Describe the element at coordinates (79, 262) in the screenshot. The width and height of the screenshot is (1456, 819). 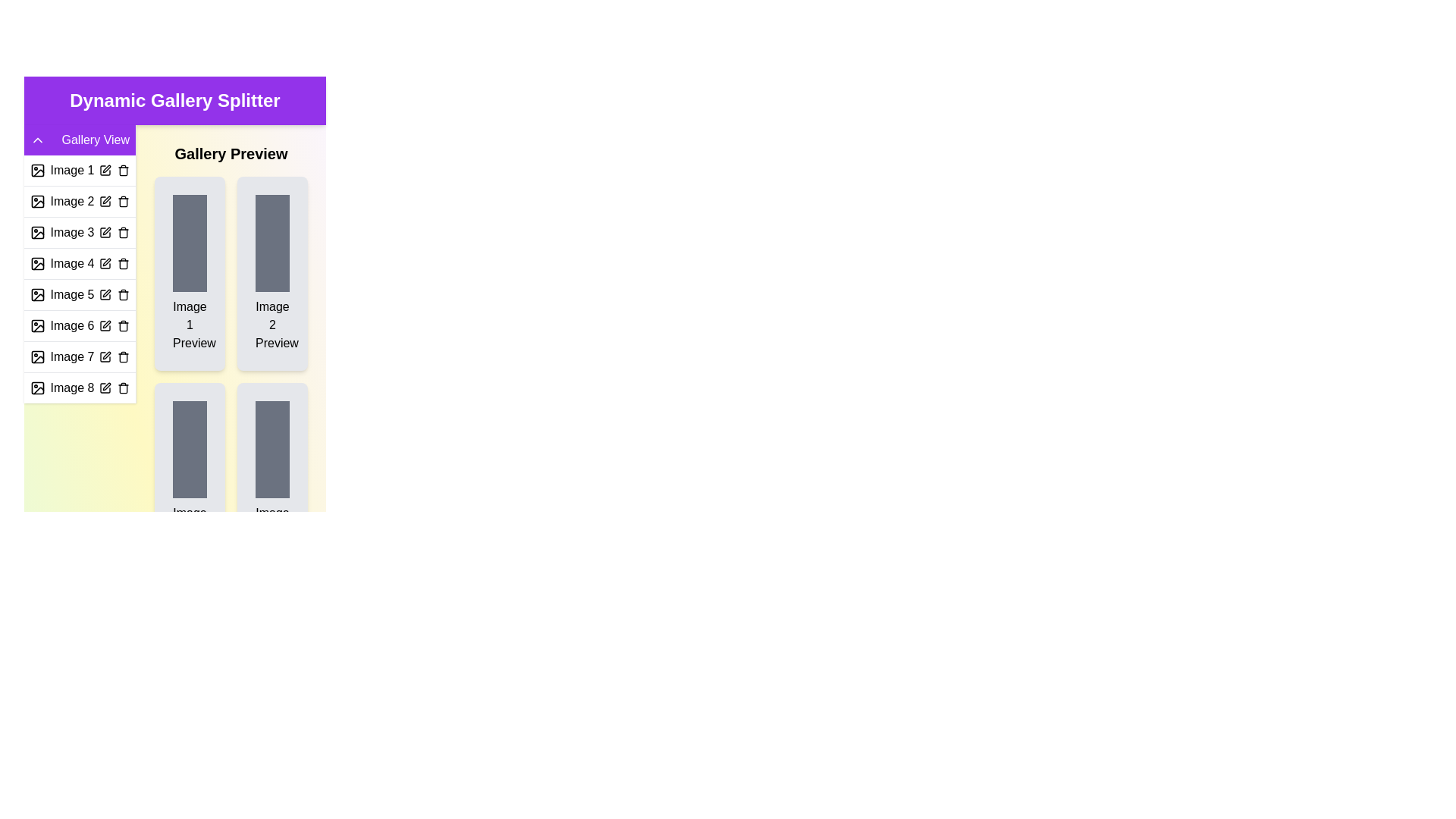
I see `the edit icon of the list item representing 'Image 4' in the Gallery View panel to initiate editing` at that location.